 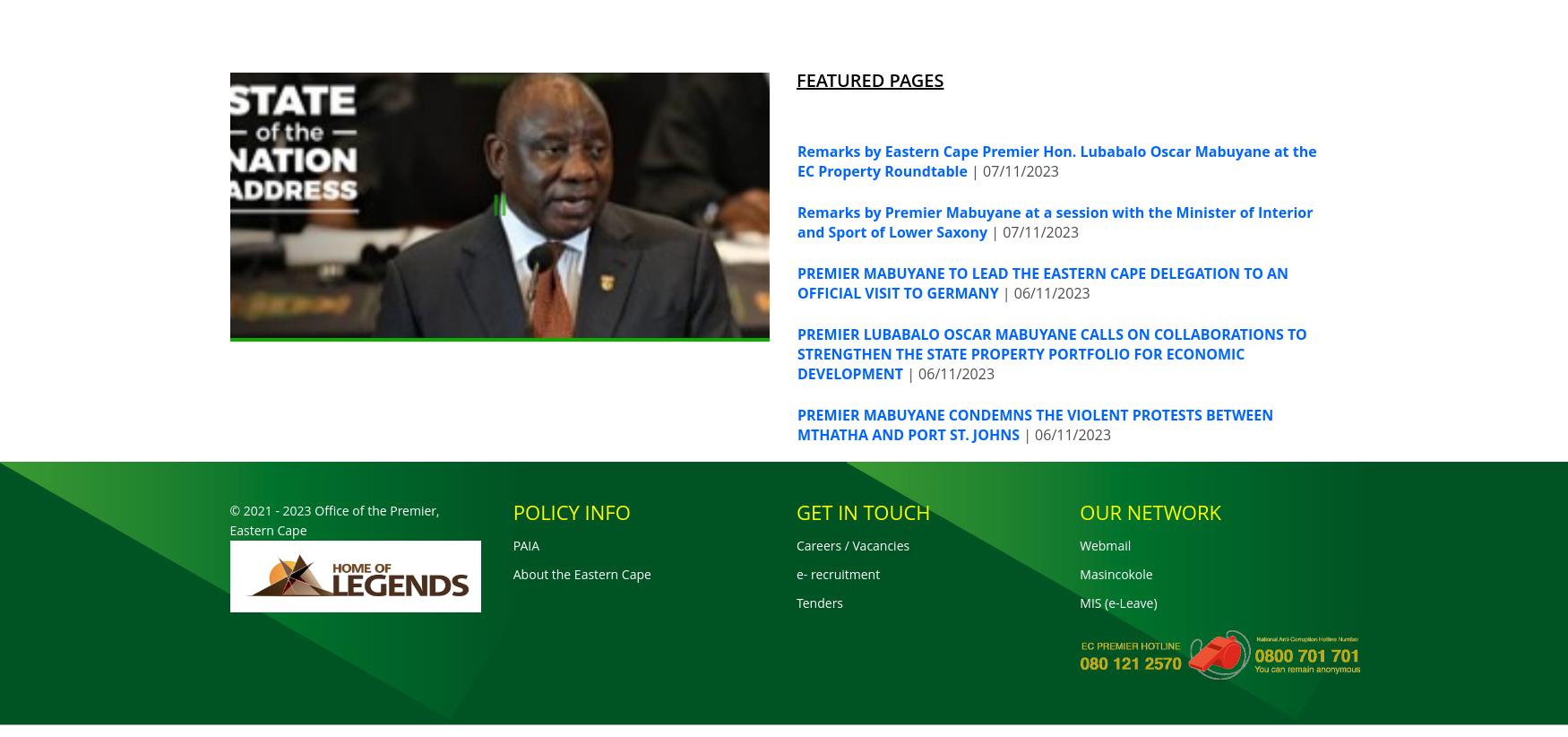 What do you see at coordinates (1080, 543) in the screenshot?
I see `'Webmail'` at bounding box center [1080, 543].